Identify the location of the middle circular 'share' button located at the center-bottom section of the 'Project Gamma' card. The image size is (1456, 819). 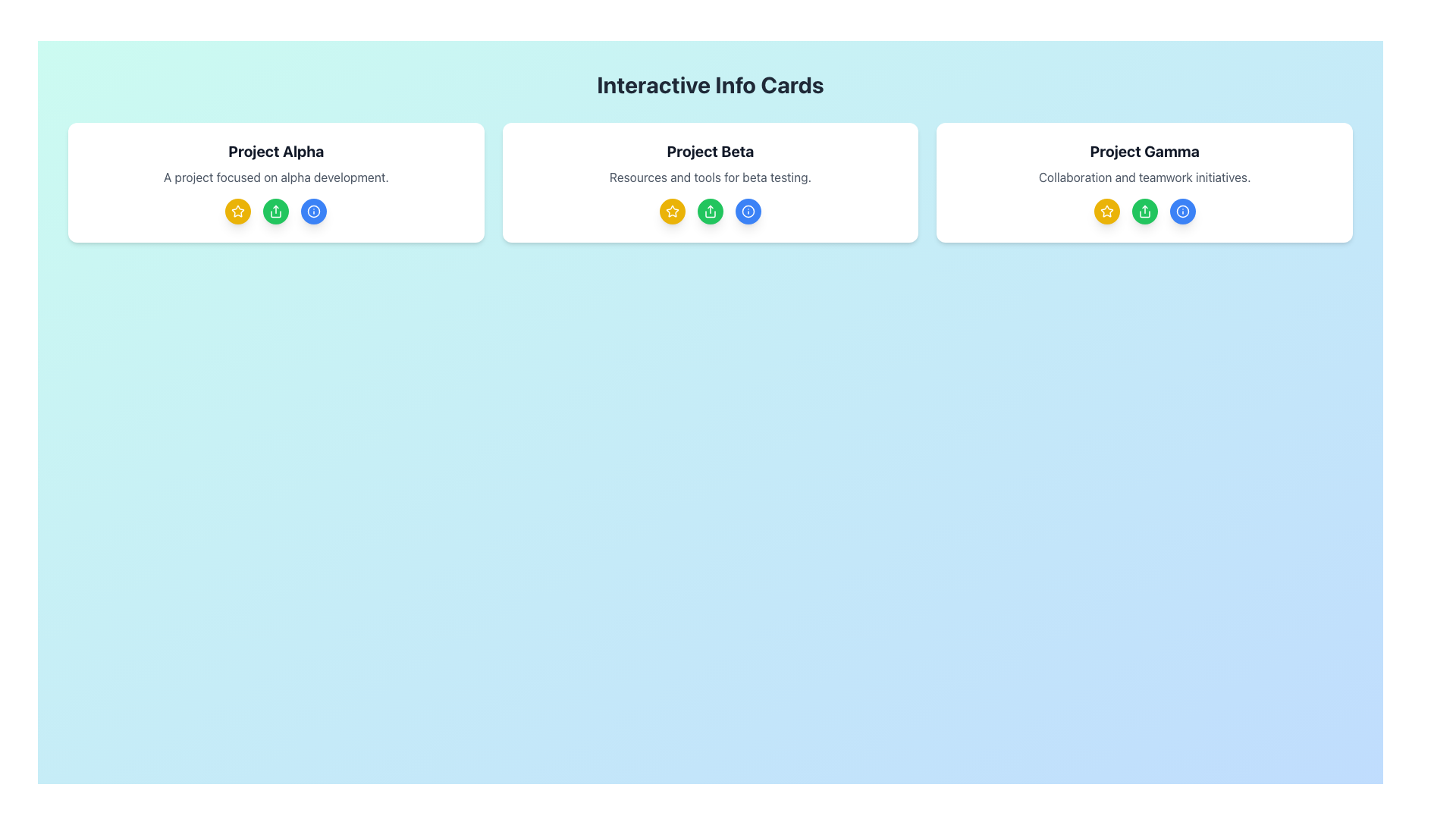
(1144, 211).